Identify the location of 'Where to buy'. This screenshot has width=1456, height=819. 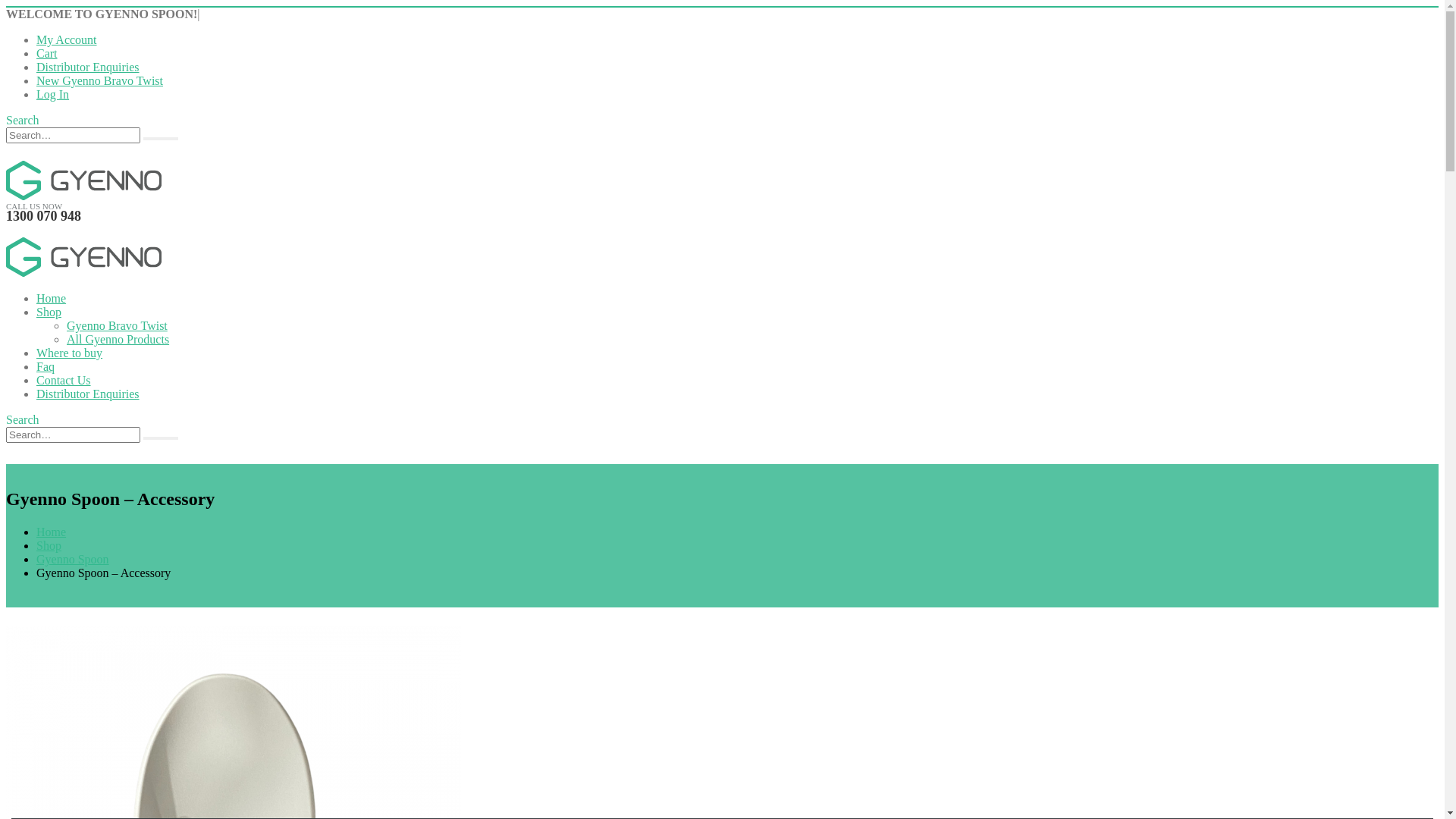
(68, 353).